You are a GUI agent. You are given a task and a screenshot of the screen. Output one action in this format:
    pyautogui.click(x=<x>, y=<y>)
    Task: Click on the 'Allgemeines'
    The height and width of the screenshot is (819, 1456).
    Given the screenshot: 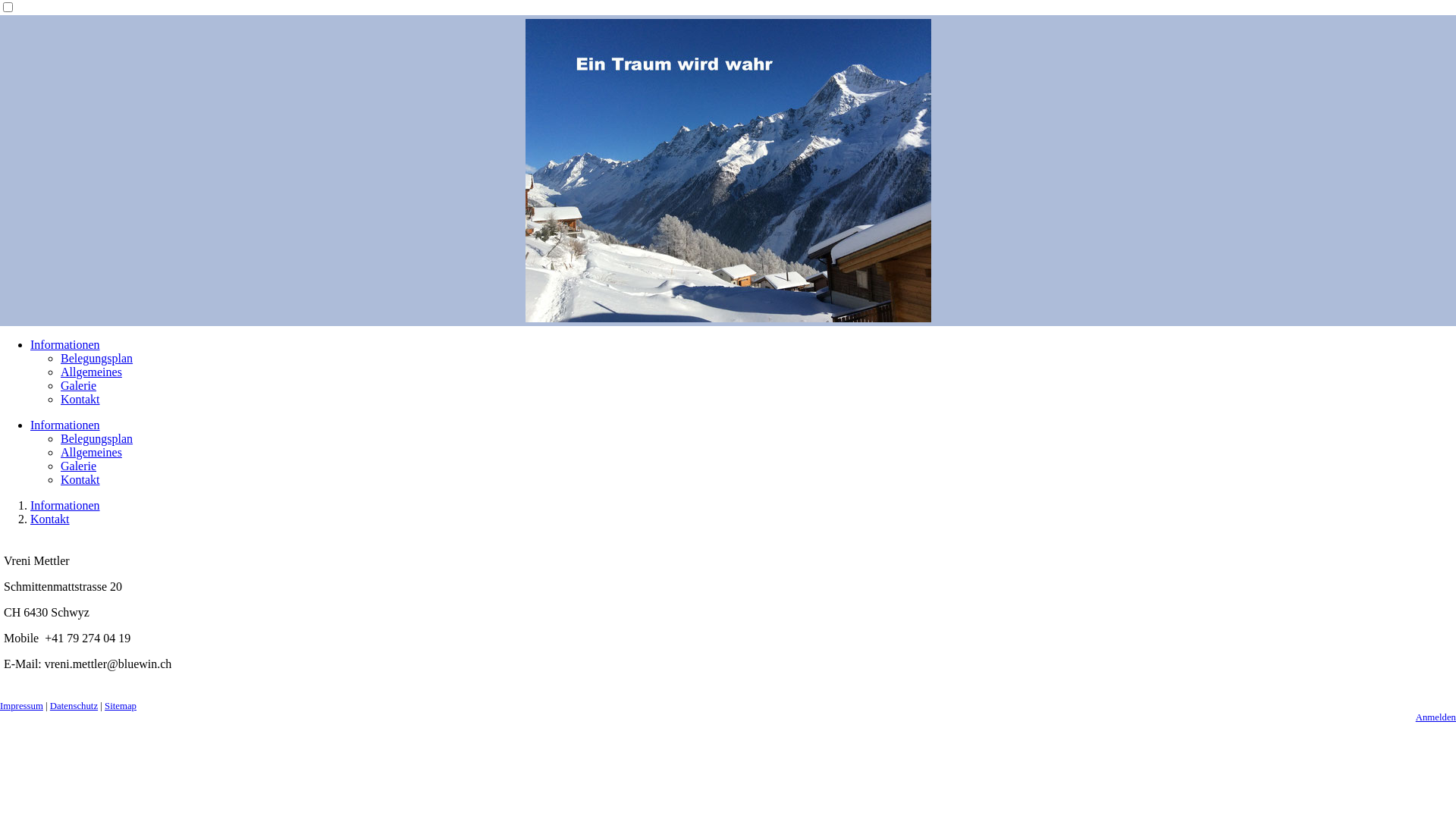 What is the action you would take?
    pyautogui.click(x=90, y=451)
    